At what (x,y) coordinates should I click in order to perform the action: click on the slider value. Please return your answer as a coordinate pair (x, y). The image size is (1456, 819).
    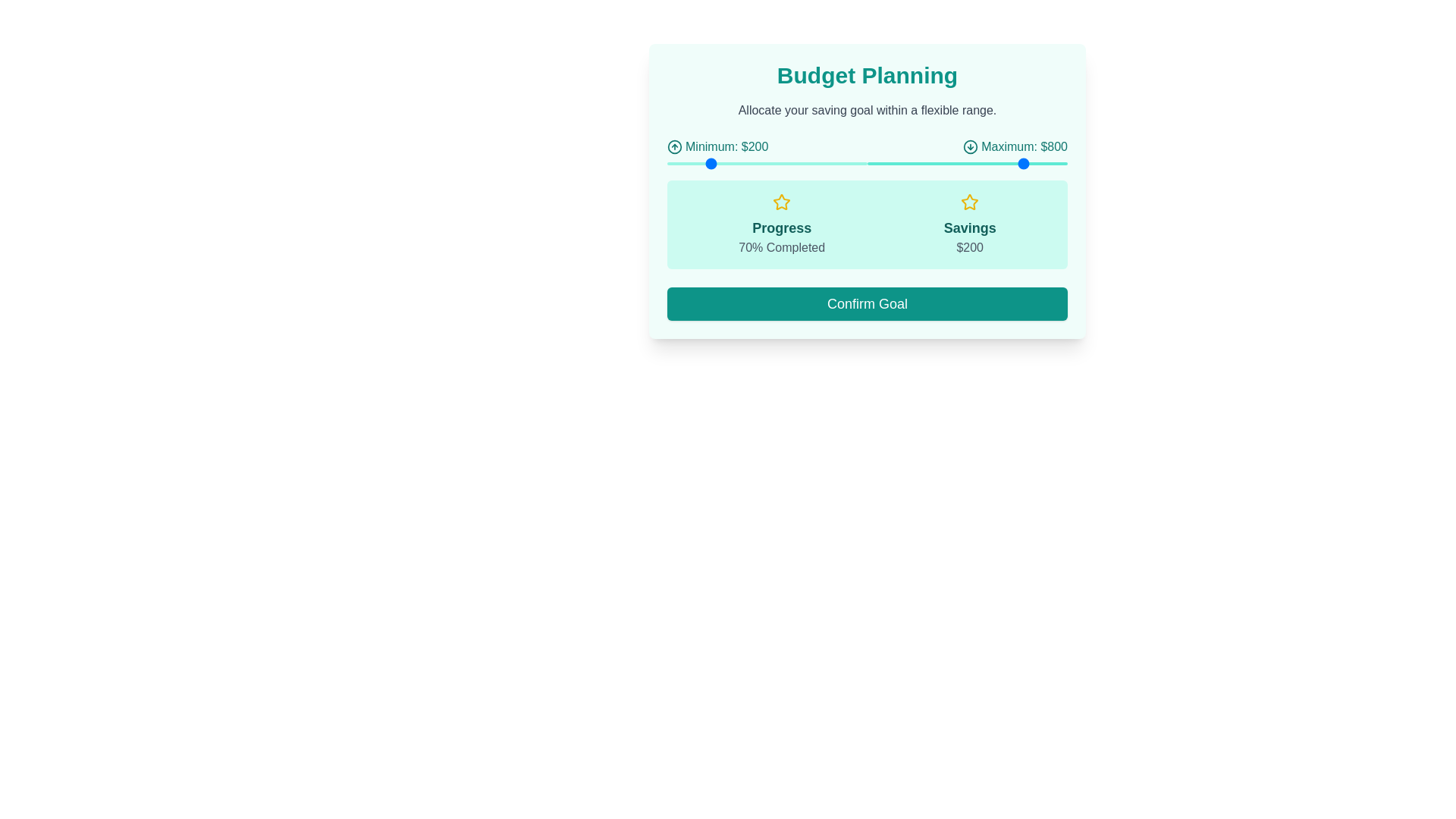
    Looking at the image, I should click on (817, 164).